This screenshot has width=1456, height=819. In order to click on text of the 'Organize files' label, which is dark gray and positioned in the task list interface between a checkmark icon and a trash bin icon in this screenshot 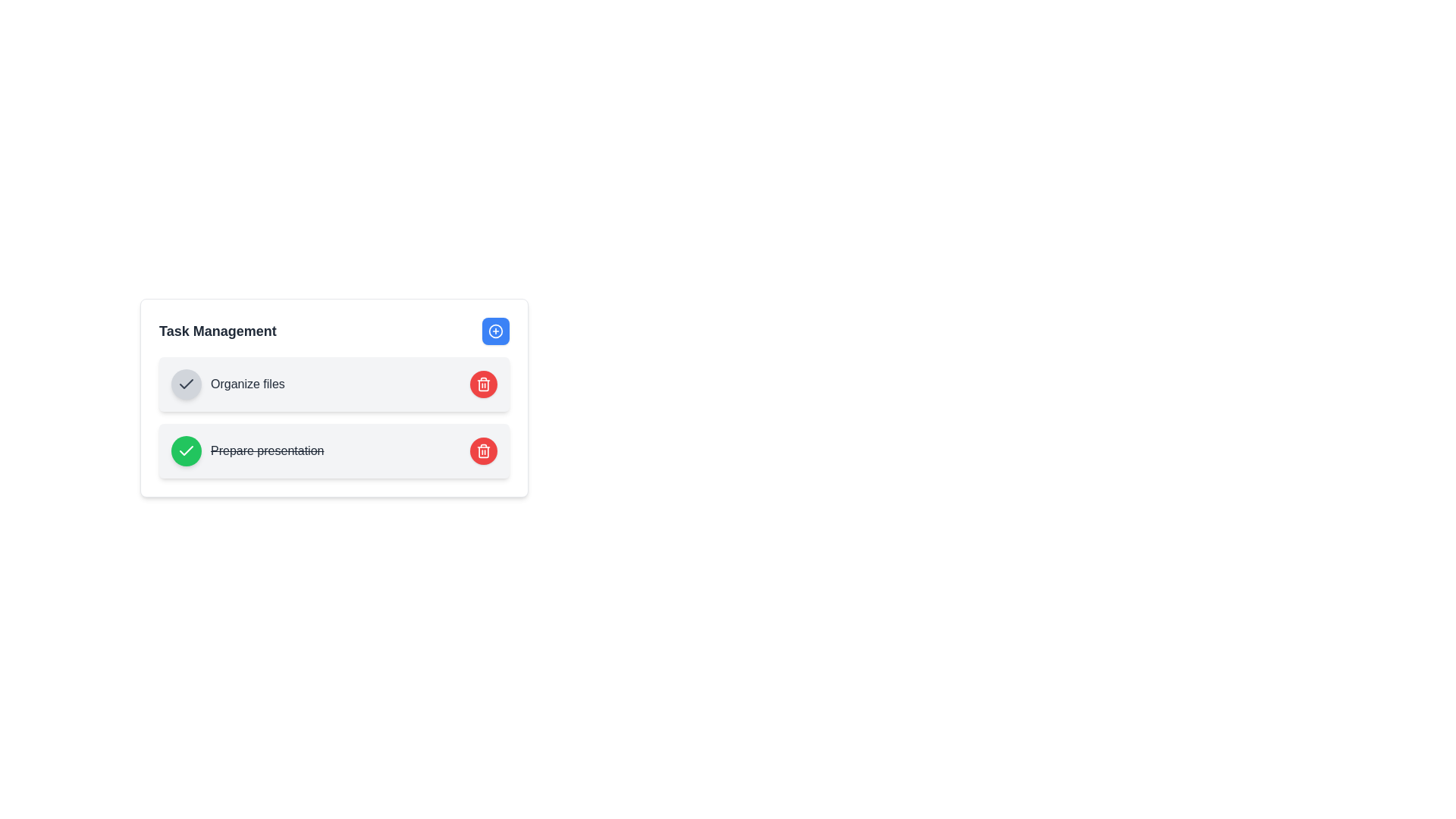, I will do `click(247, 383)`.